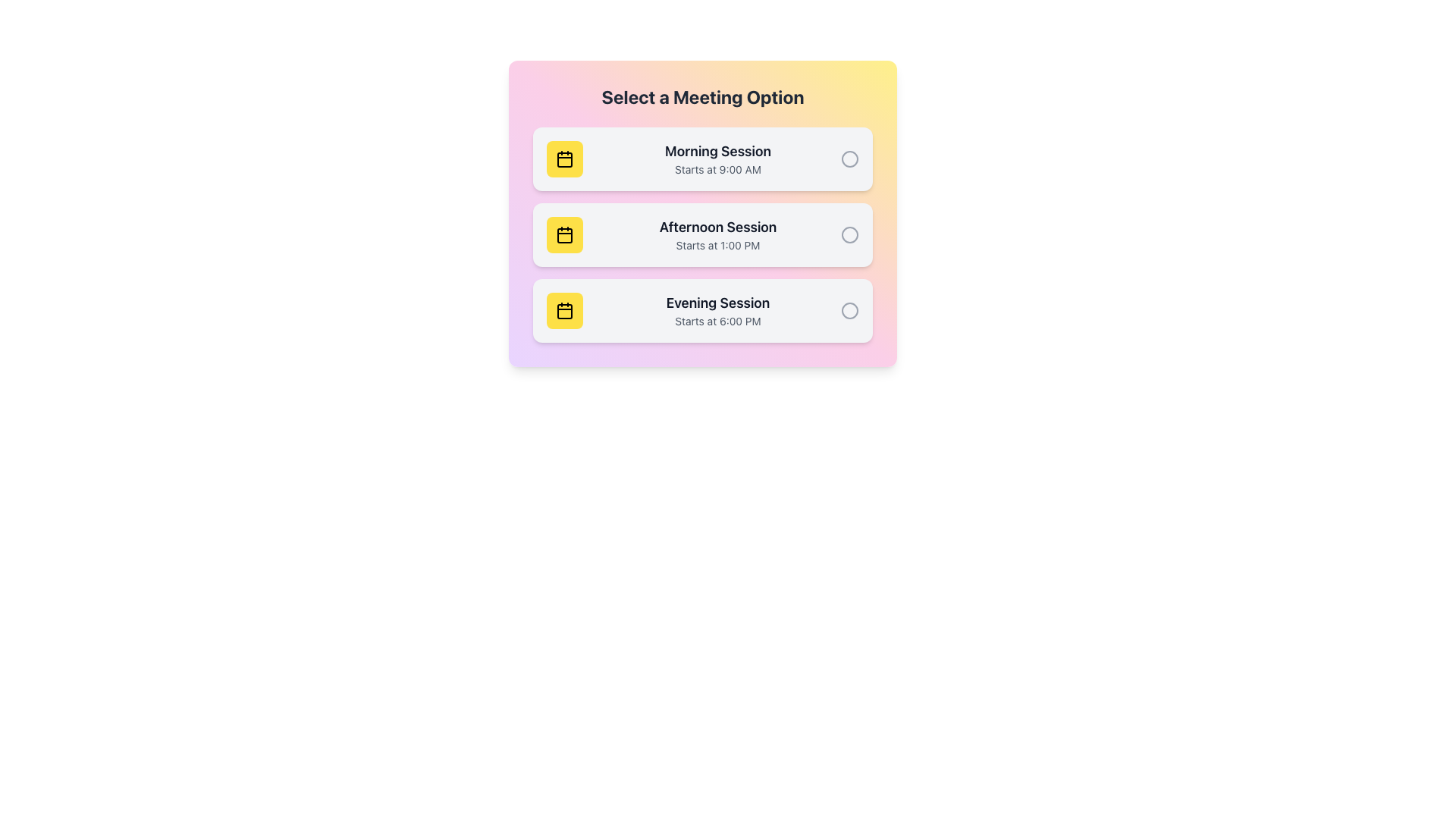 The width and height of the screenshot is (1456, 819). Describe the element at coordinates (850, 309) in the screenshot. I see `the gray circular icon located at the right end of the 'Evening Session' option` at that location.